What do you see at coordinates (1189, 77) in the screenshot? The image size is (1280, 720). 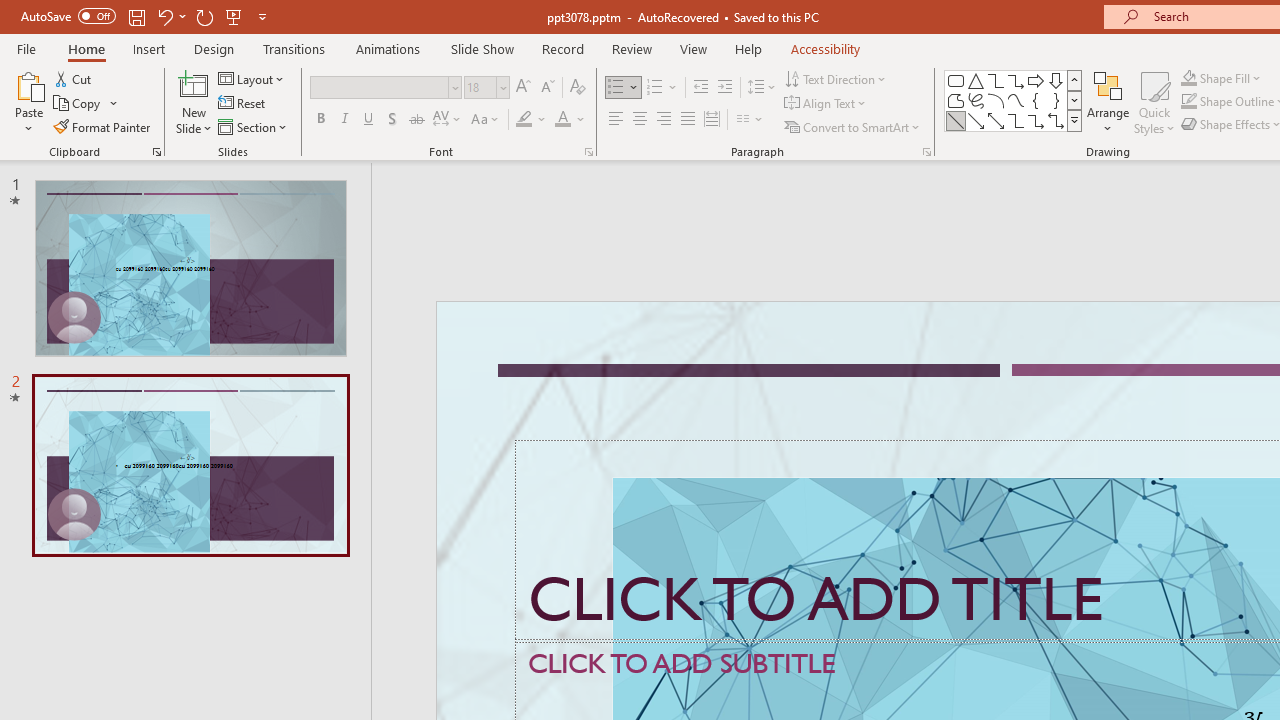 I see `'Shape Fill Dark Green, Accent 2'` at bounding box center [1189, 77].